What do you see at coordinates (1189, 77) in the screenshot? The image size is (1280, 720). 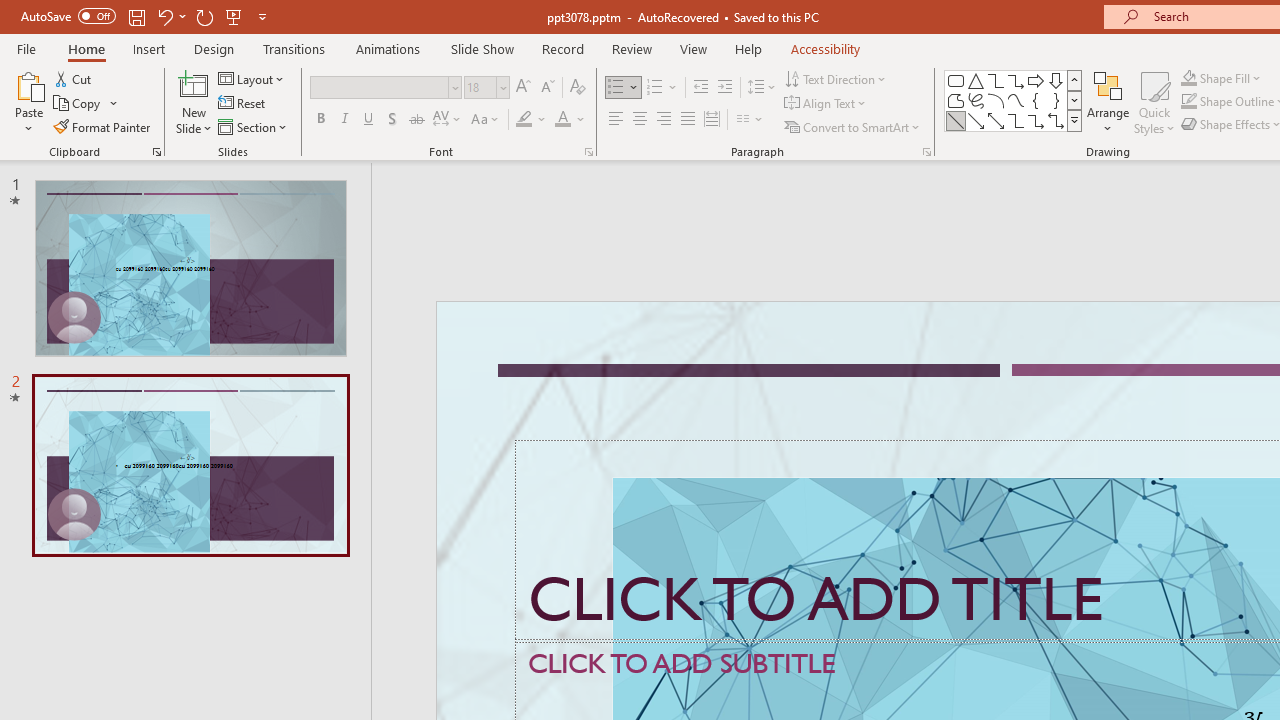 I see `'Shape Fill Dark Green, Accent 2'` at bounding box center [1189, 77].